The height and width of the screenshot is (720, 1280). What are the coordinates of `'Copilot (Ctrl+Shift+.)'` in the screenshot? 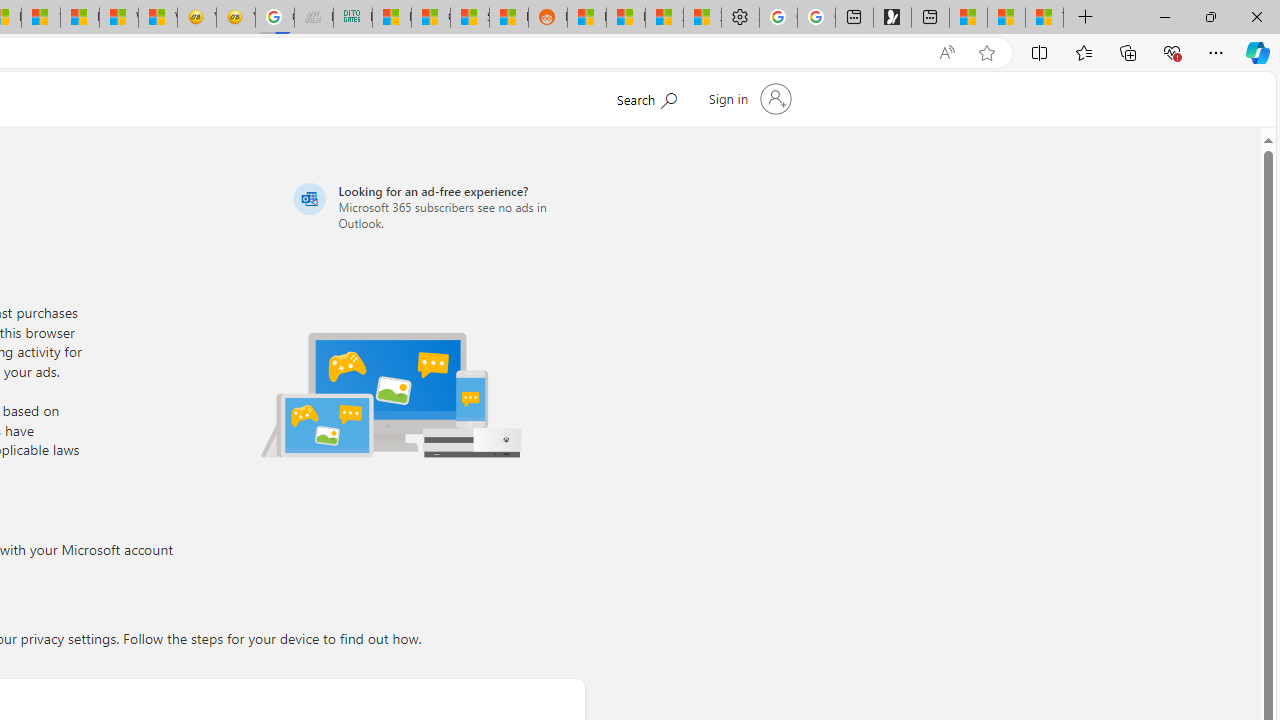 It's located at (1257, 51).